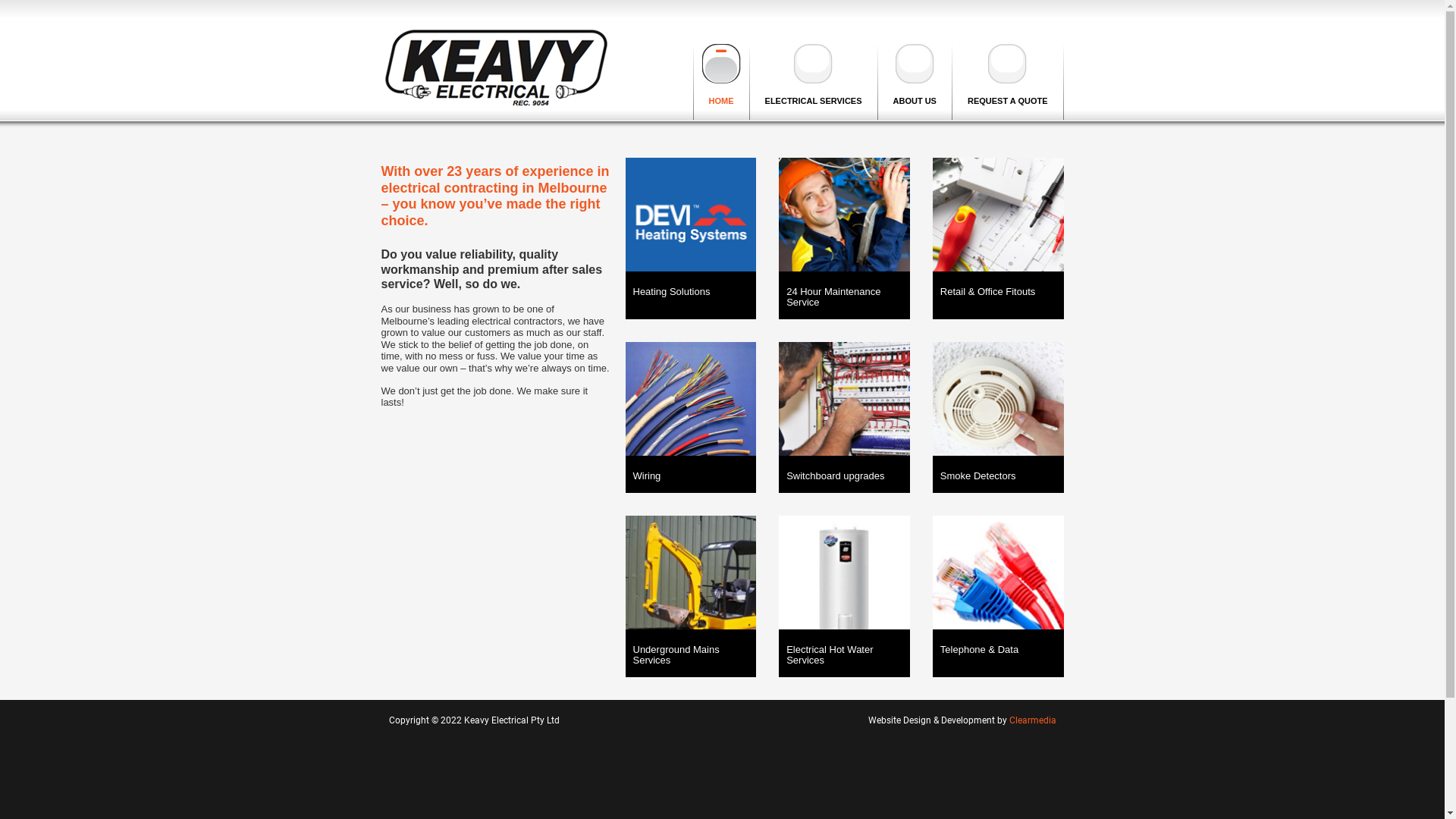  I want to click on 'Heating Solutions', so click(632, 292).